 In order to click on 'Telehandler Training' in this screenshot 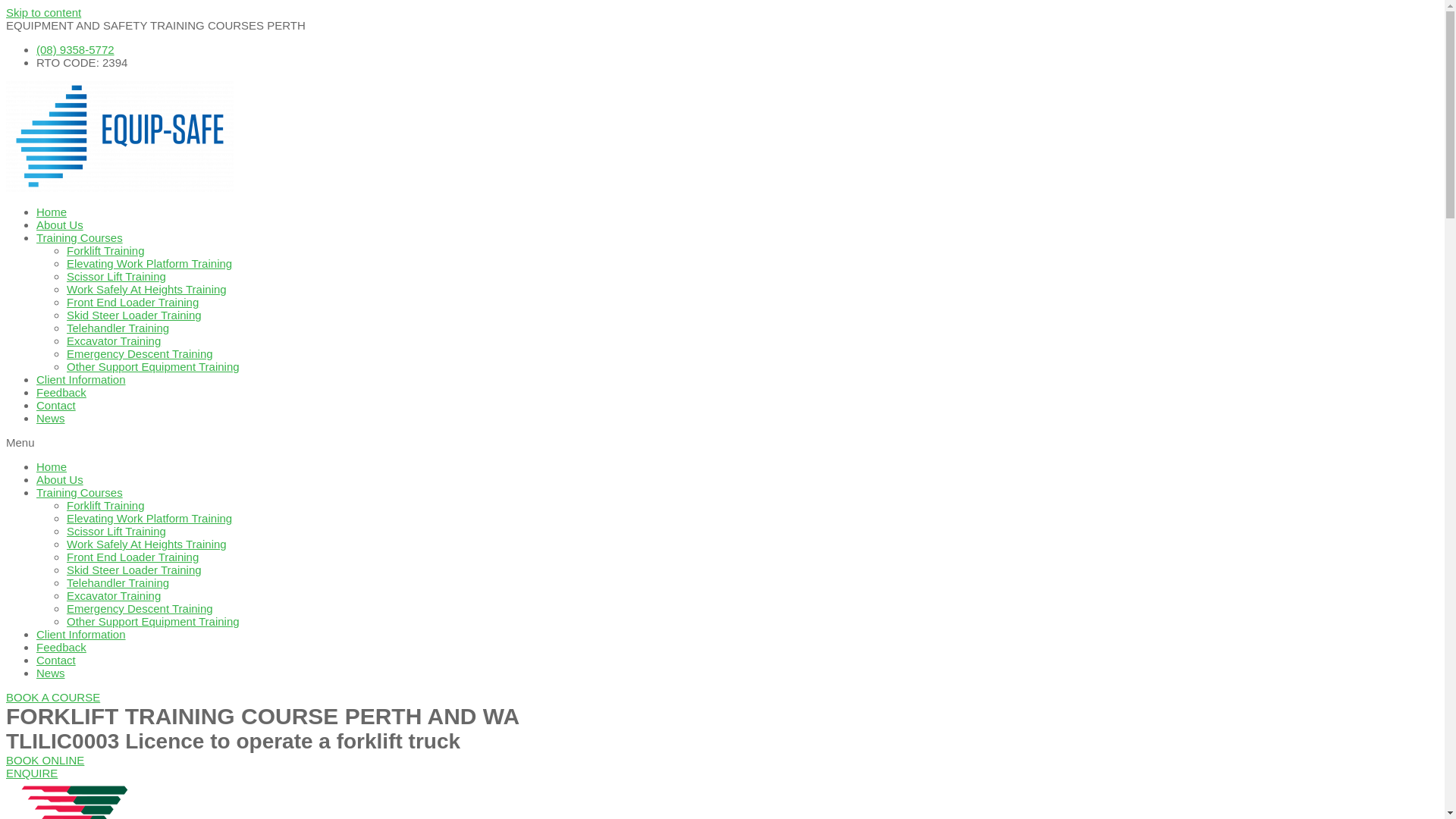, I will do `click(117, 327)`.